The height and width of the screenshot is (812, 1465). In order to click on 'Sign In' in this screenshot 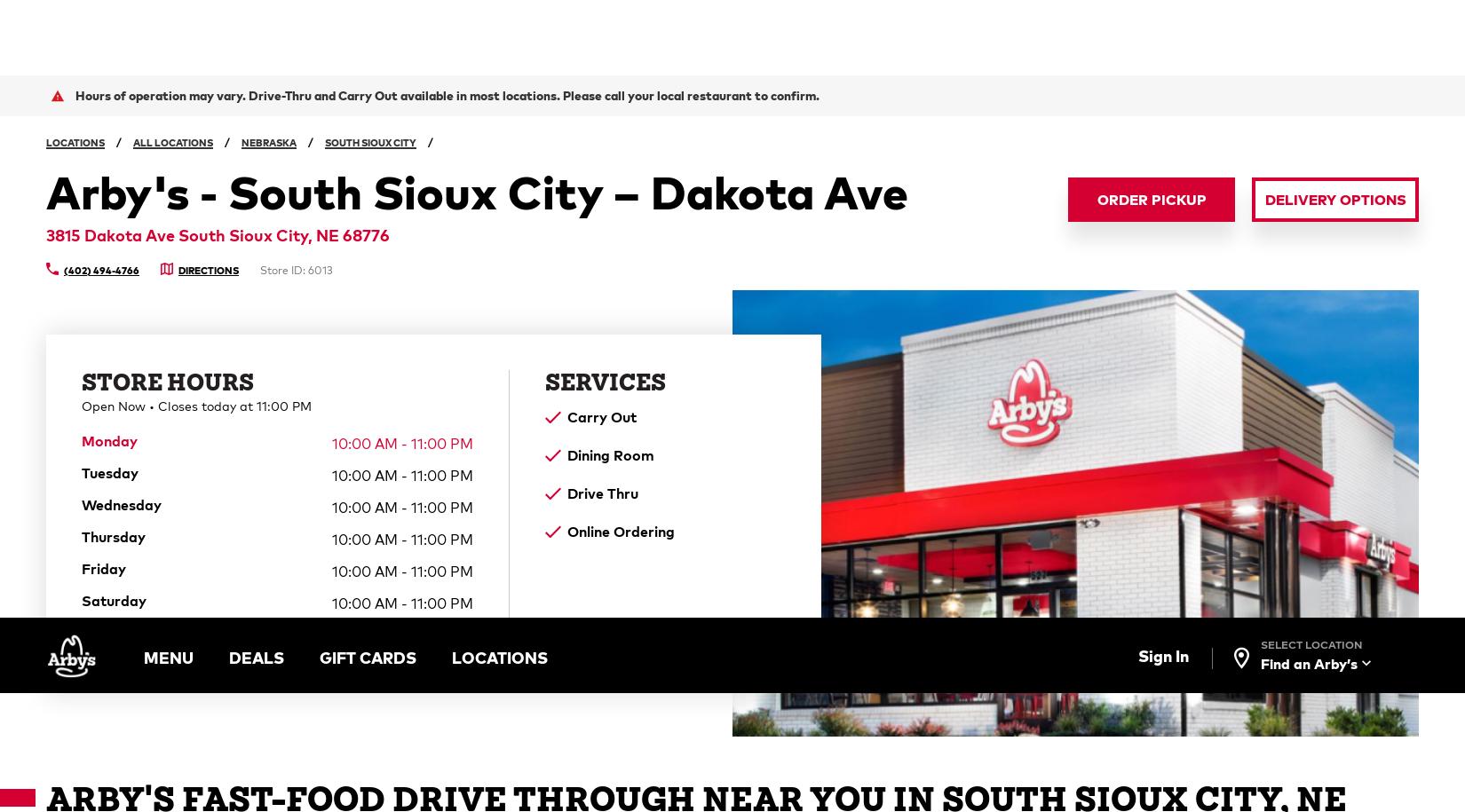, I will do `click(1161, 37)`.